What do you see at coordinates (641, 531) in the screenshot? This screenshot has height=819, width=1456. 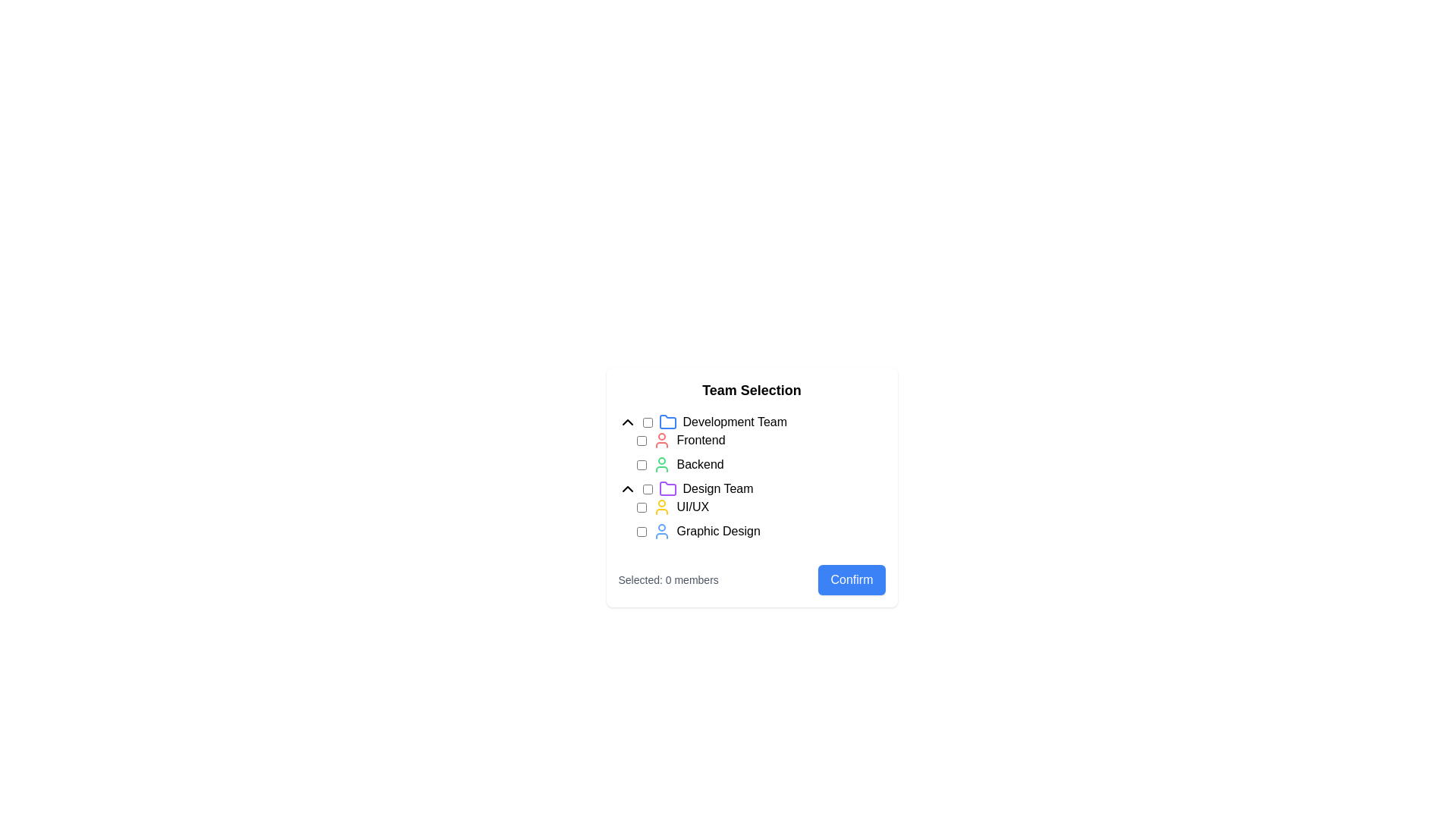 I see `the checkbox adjacent to the text 'Graphic Design'` at bounding box center [641, 531].